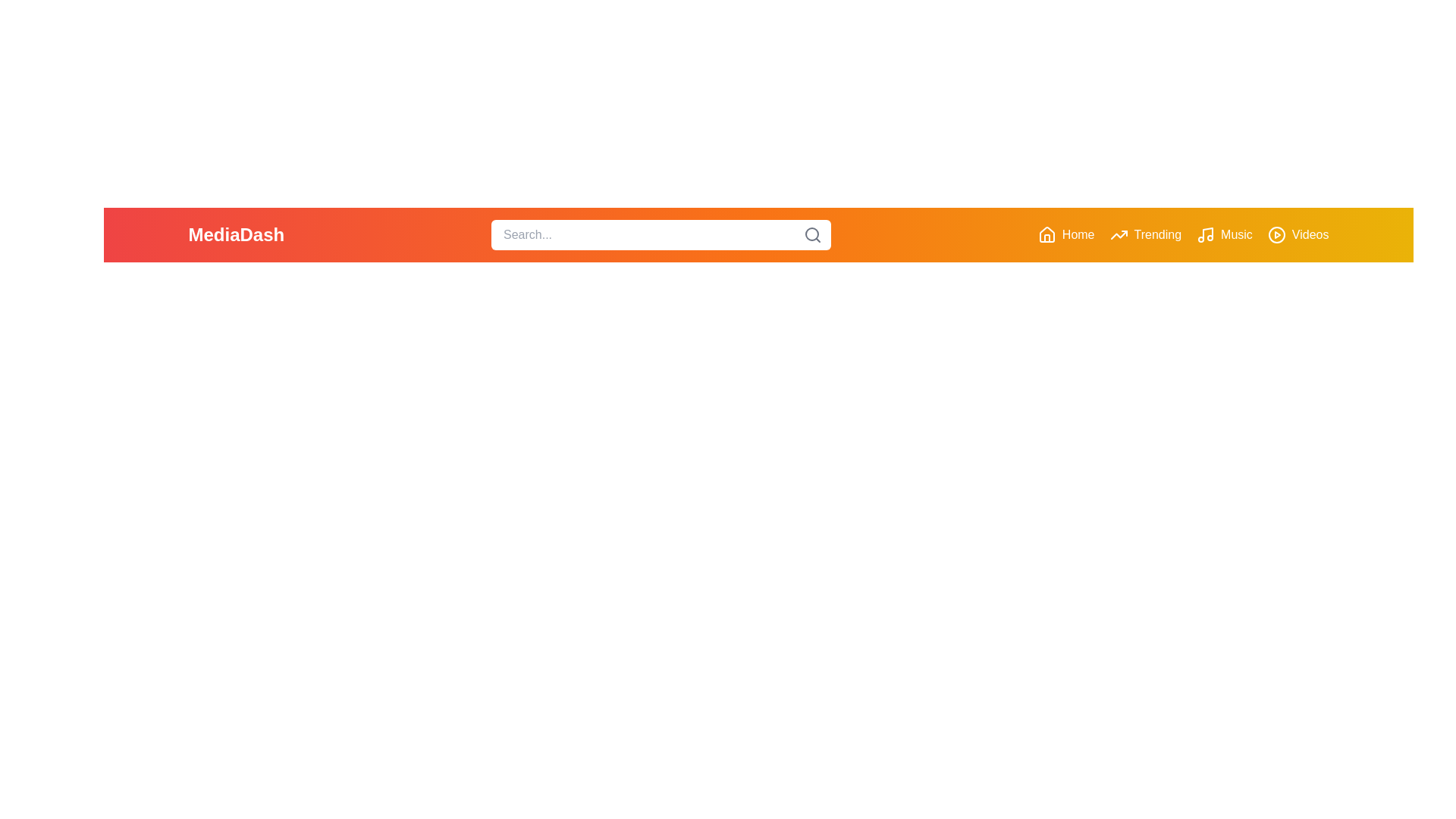 This screenshot has width=1456, height=819. I want to click on the interactive element Videos Button, so click(1298, 234).